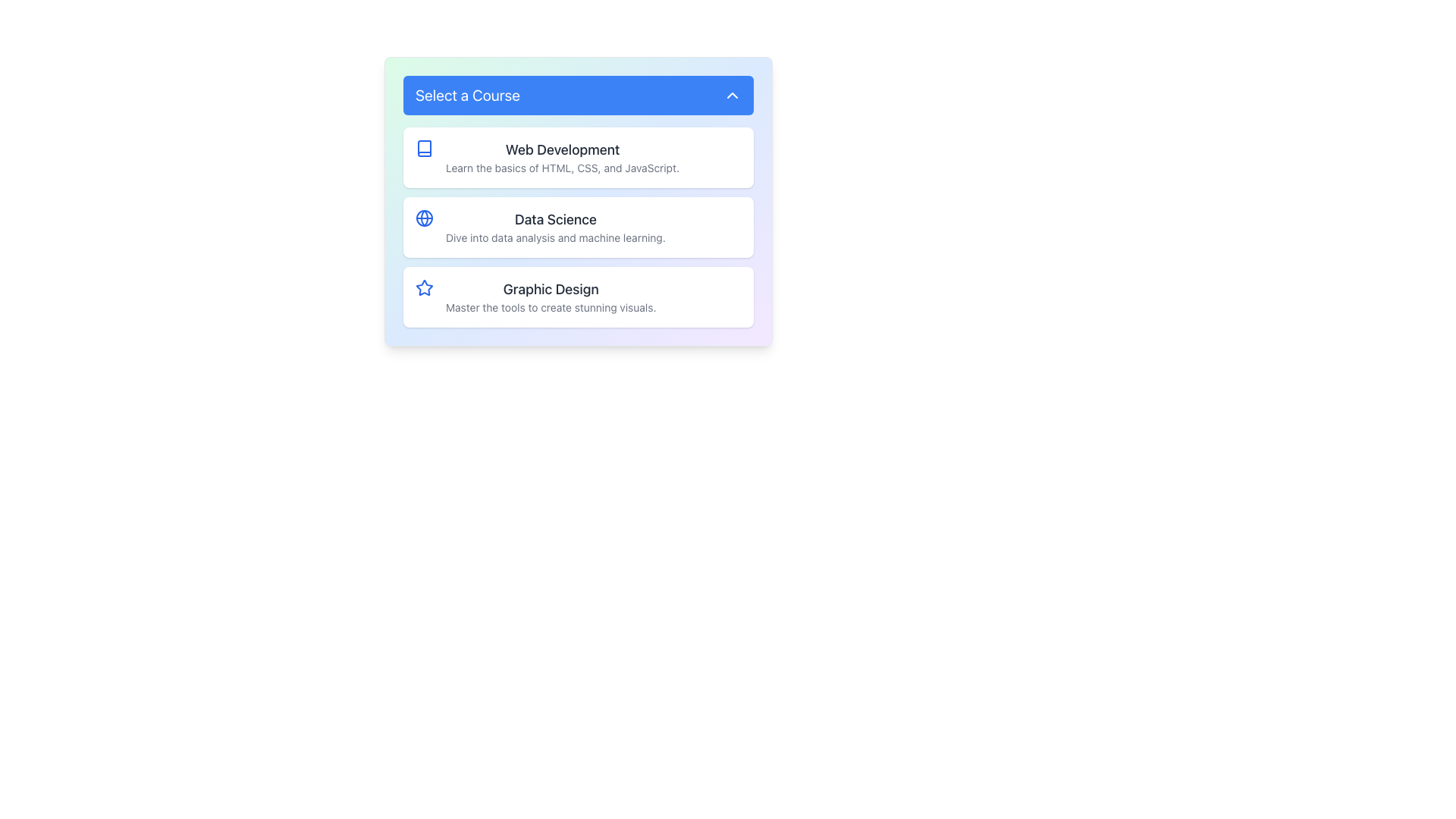 Image resolution: width=1456 pixels, height=819 pixels. Describe the element at coordinates (732, 96) in the screenshot. I see `the chevron up arrow icon located in the right portion of the 'Select a Course' blue header bar` at that location.